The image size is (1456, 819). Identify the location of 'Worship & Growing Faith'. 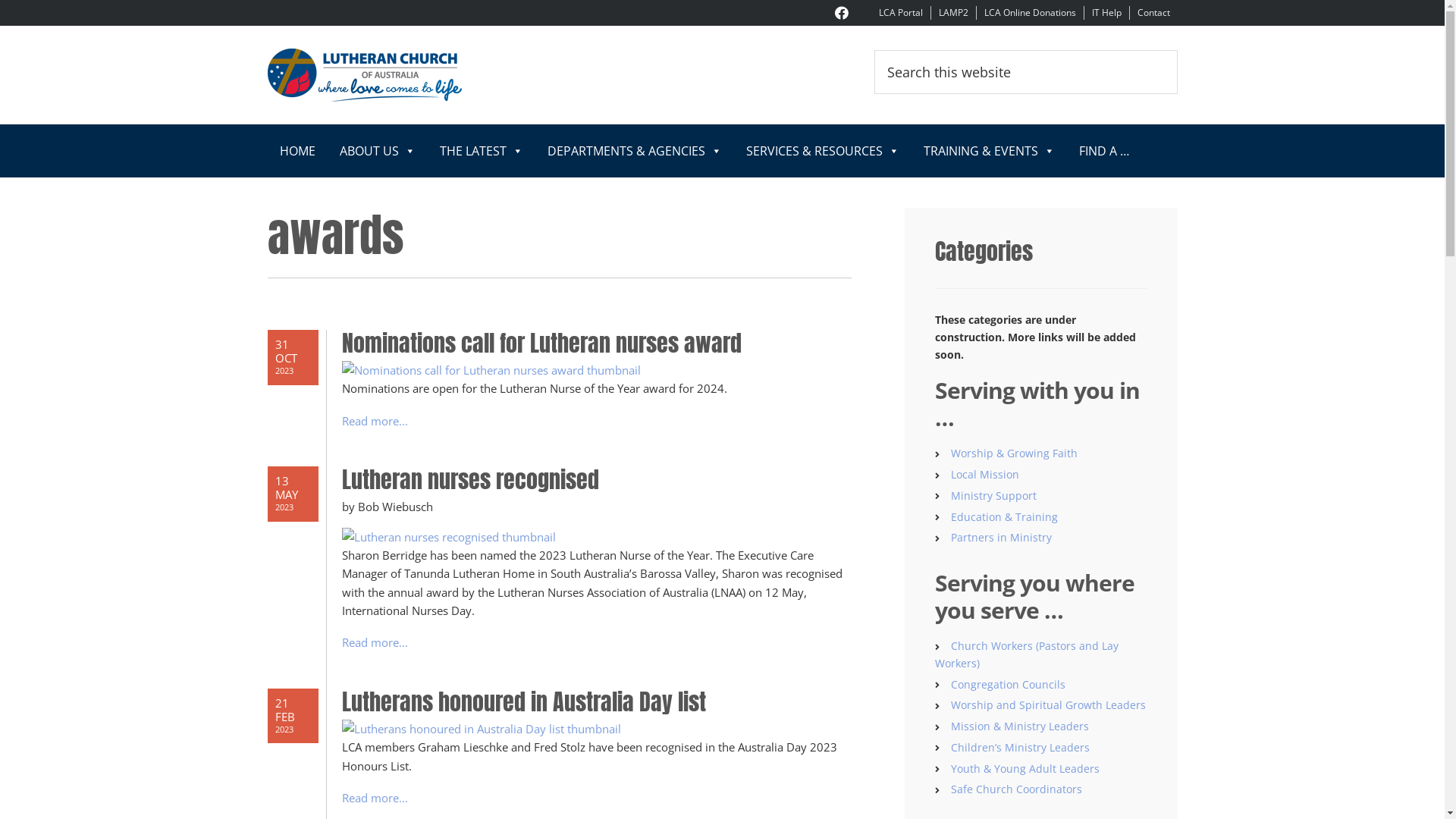
(1014, 452).